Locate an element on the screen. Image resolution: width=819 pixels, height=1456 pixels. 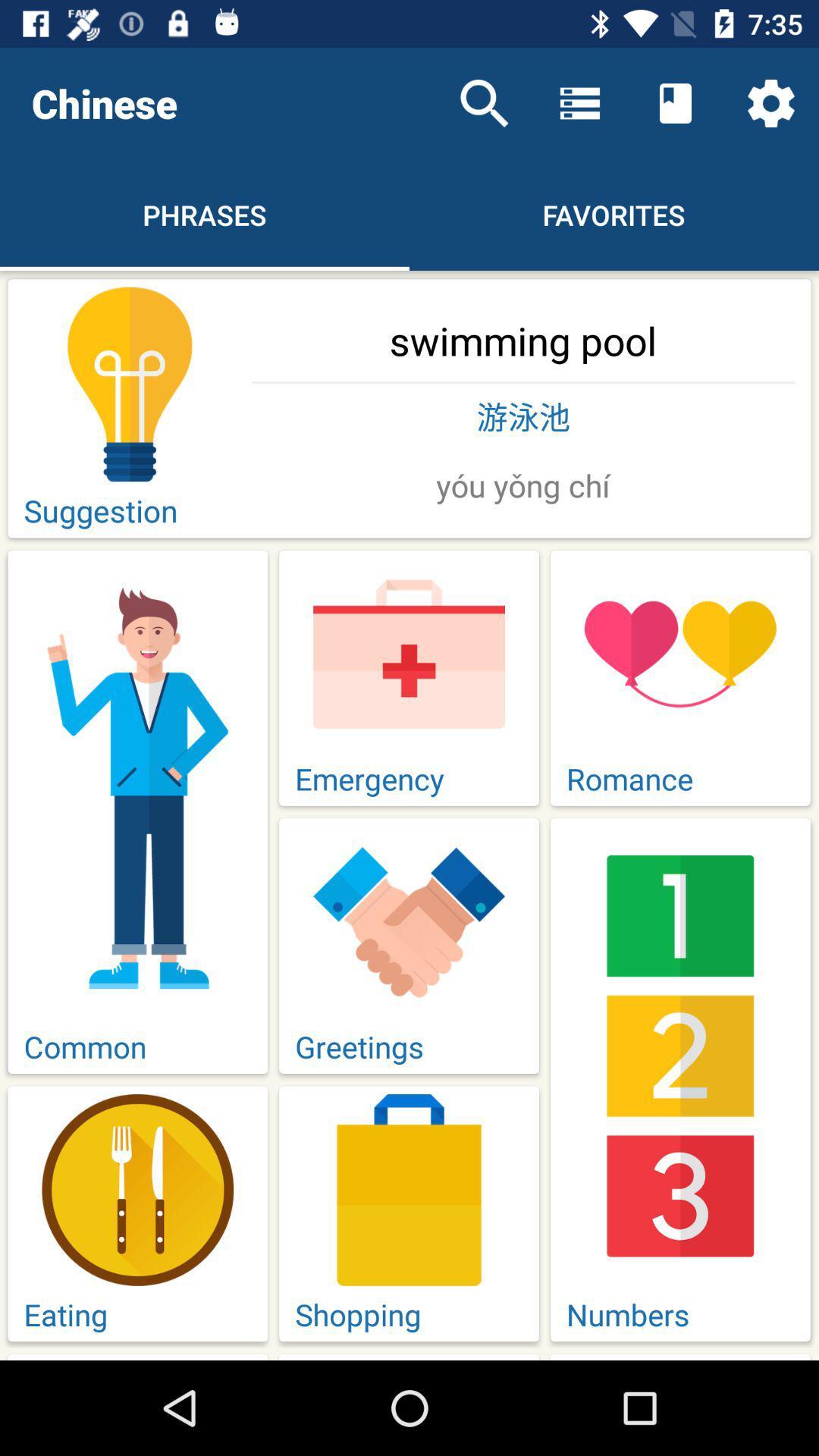
the icon above the favorites is located at coordinates (579, 102).